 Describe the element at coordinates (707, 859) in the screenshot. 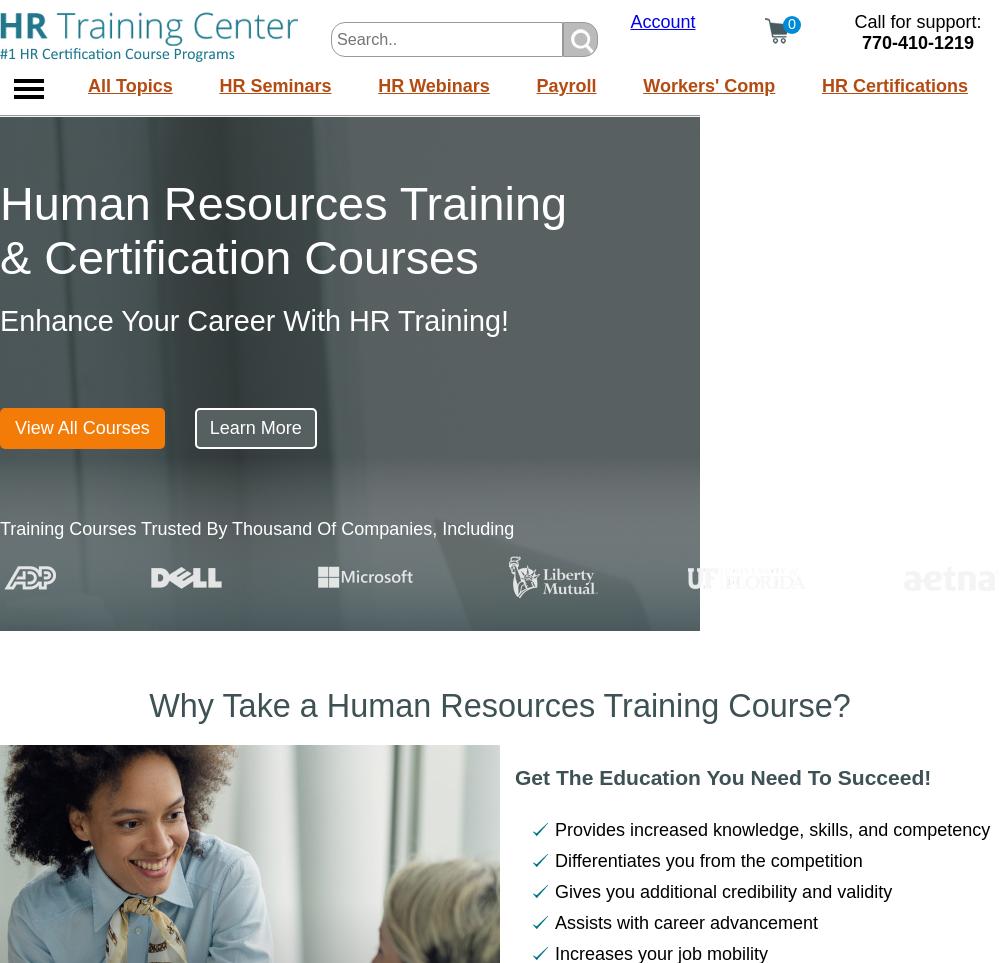

I see `'Differentiates you from the competition'` at that location.